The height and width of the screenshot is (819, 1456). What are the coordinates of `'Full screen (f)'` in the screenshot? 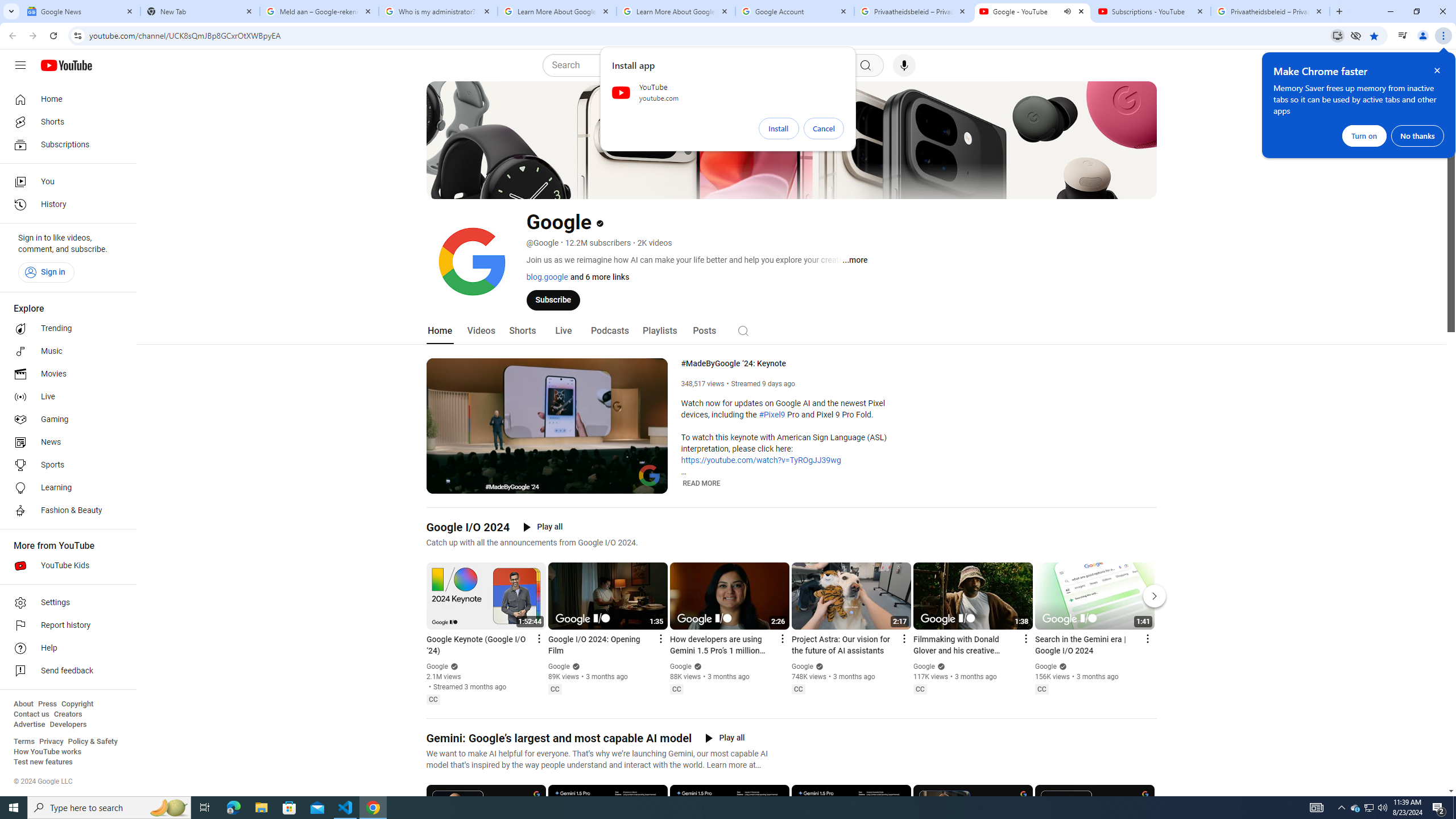 It's located at (650, 483).